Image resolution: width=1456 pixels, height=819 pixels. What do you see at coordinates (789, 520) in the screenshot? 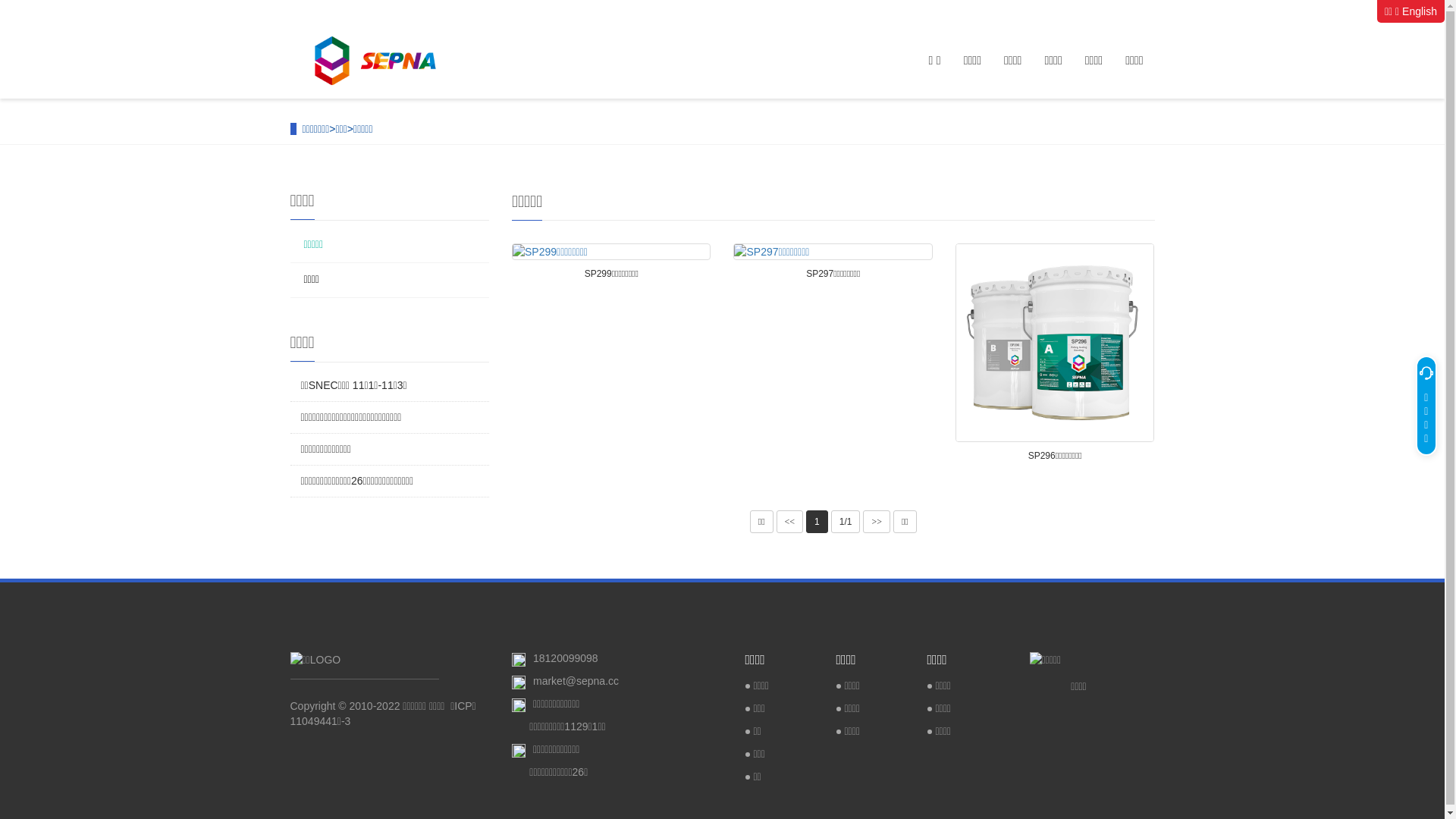
I see `'<<'` at bounding box center [789, 520].